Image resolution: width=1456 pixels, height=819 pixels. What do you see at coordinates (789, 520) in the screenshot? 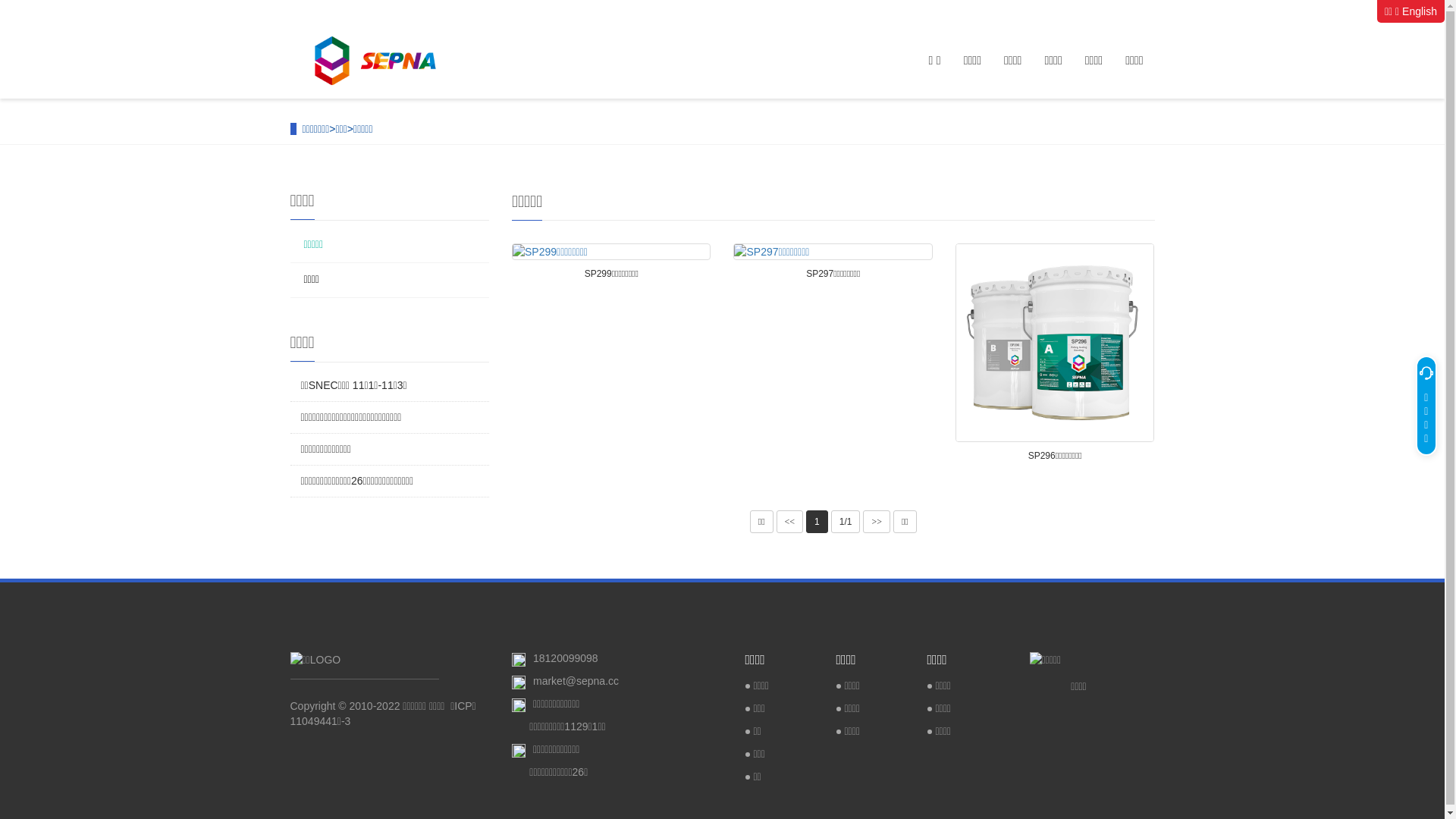
I see `'<<'` at bounding box center [789, 520].